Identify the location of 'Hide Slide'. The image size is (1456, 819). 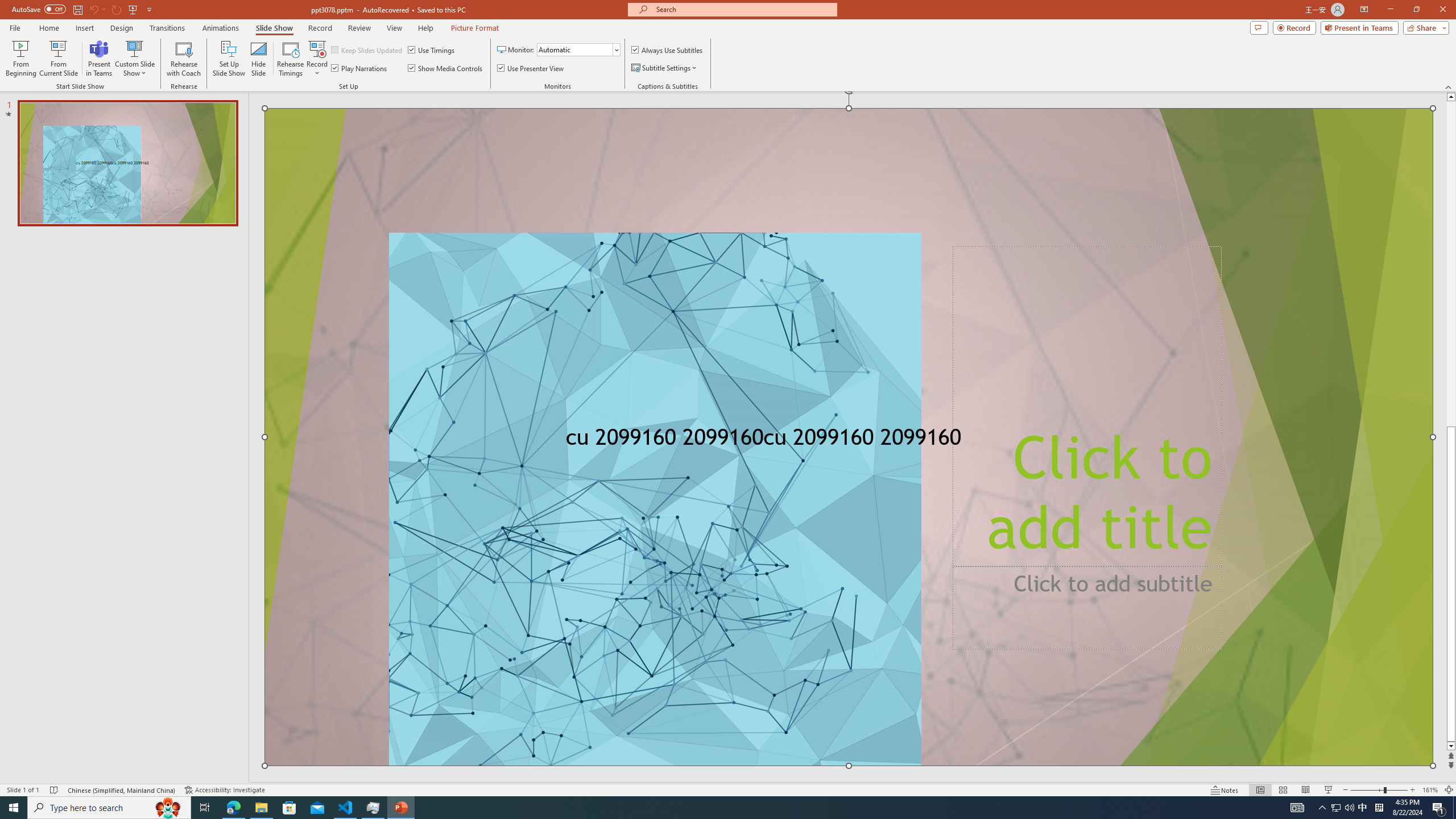
(258, 59).